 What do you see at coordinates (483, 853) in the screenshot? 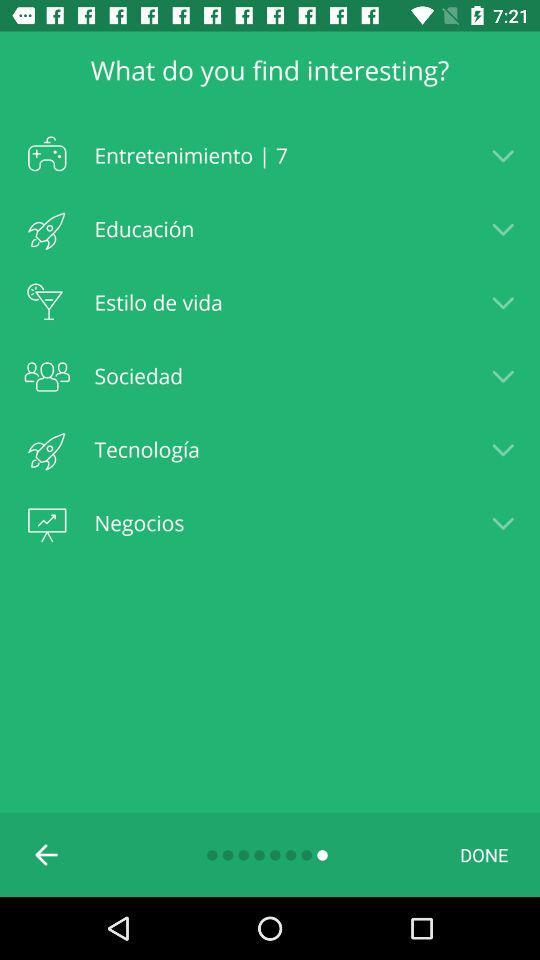
I see `icon at the bottom right corner` at bounding box center [483, 853].